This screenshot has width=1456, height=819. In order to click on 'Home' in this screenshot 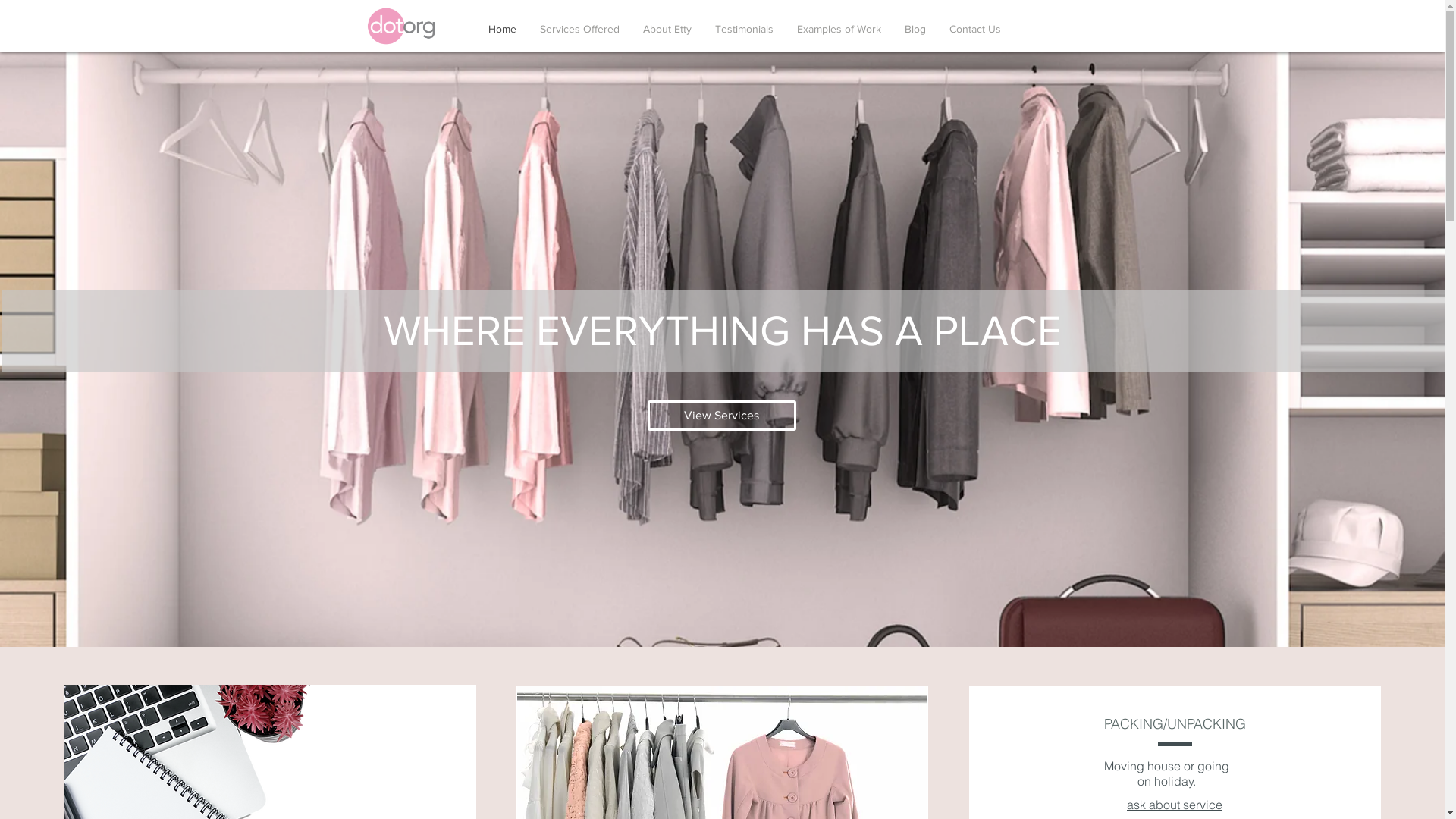, I will do `click(502, 29)`.